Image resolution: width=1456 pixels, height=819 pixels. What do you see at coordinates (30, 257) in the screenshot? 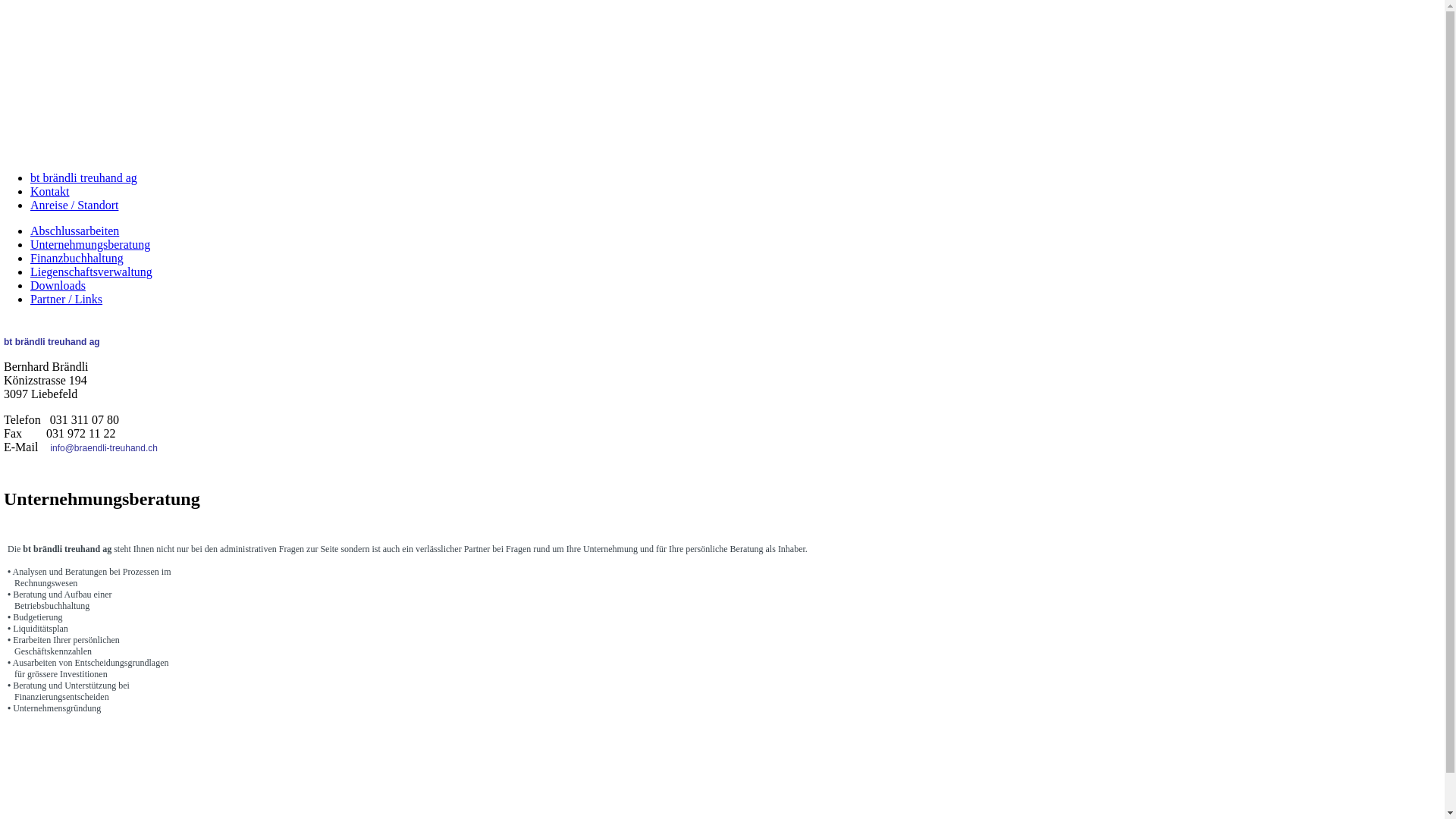
I see `'Finanzbuchhaltung'` at bounding box center [30, 257].